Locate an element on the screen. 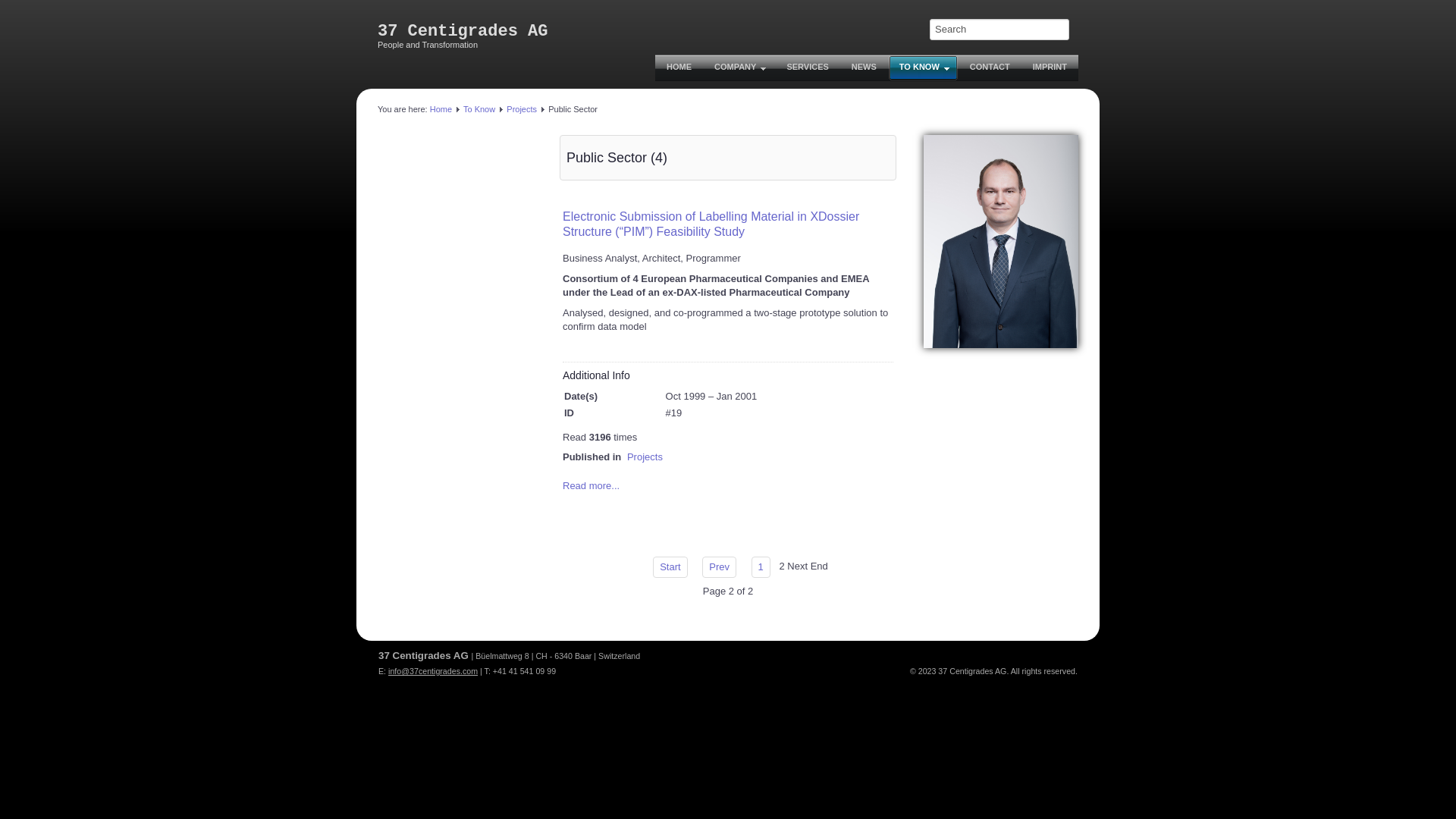  'Prev' is located at coordinates (718, 567).